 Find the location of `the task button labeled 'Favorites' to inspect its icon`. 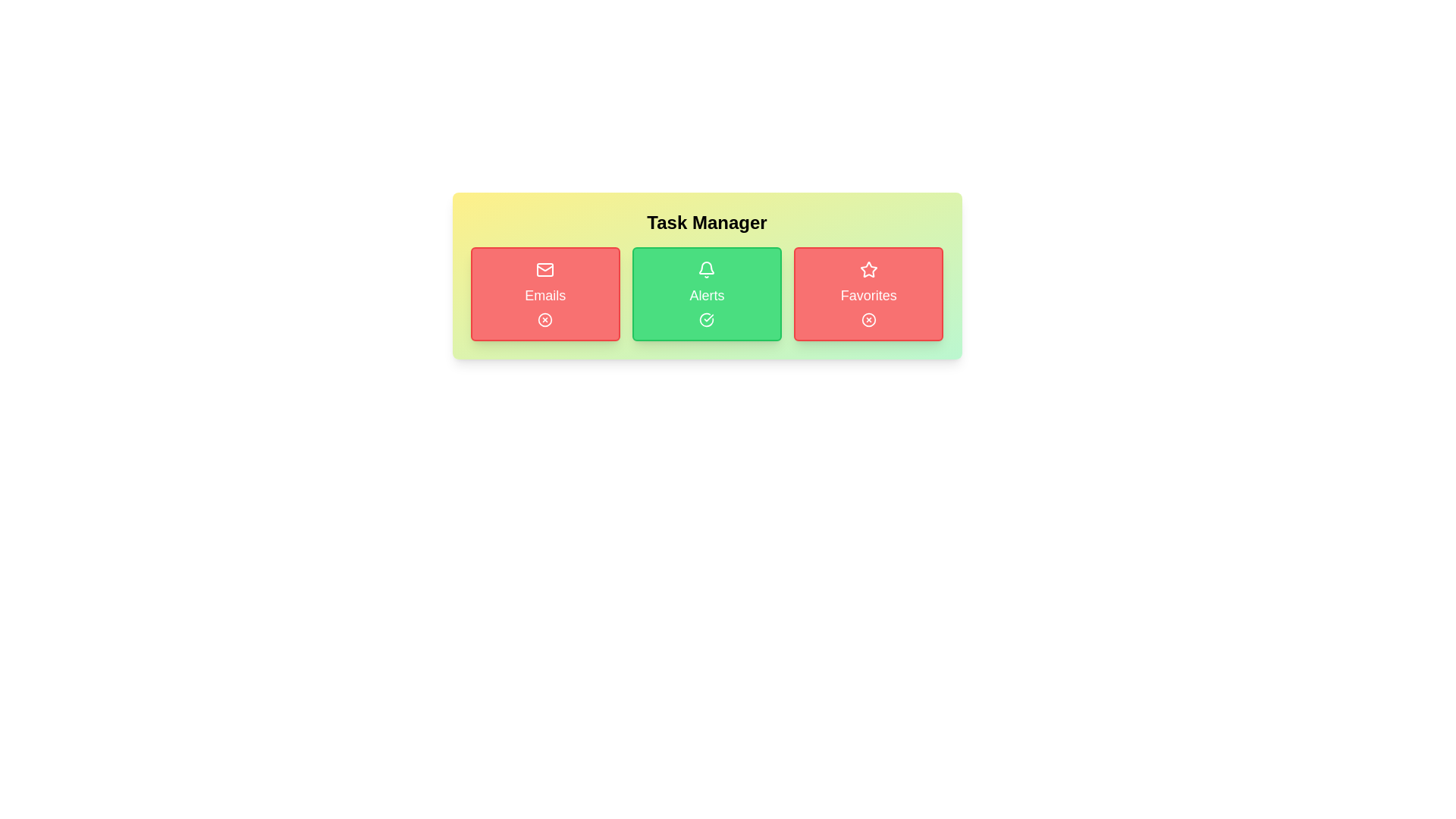

the task button labeled 'Favorites' to inspect its icon is located at coordinates (868, 294).